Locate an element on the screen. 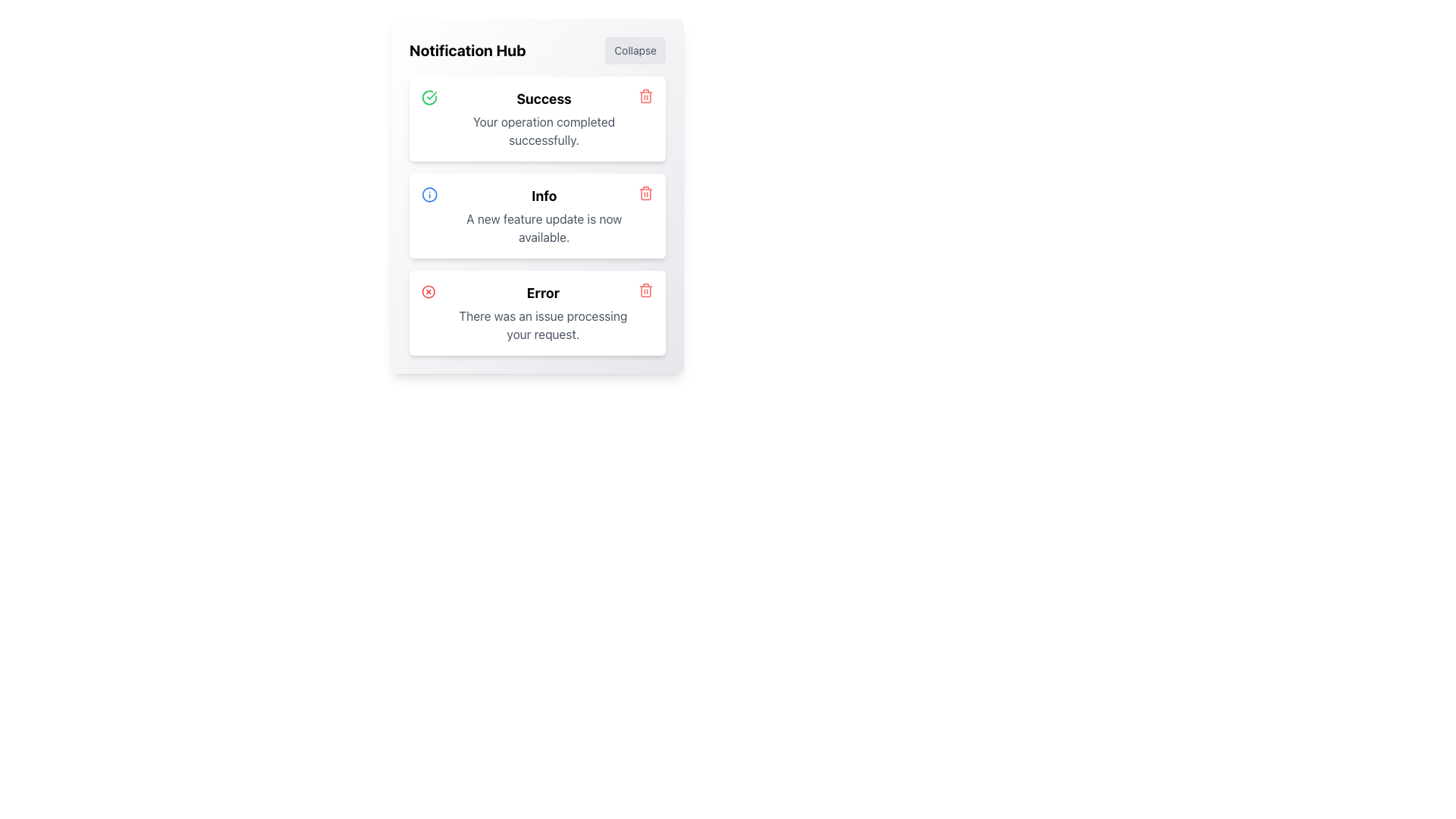 The image size is (1456, 819). the error message text label located within the 'Error' notification card, positioned beneath the title of the card is located at coordinates (543, 324).